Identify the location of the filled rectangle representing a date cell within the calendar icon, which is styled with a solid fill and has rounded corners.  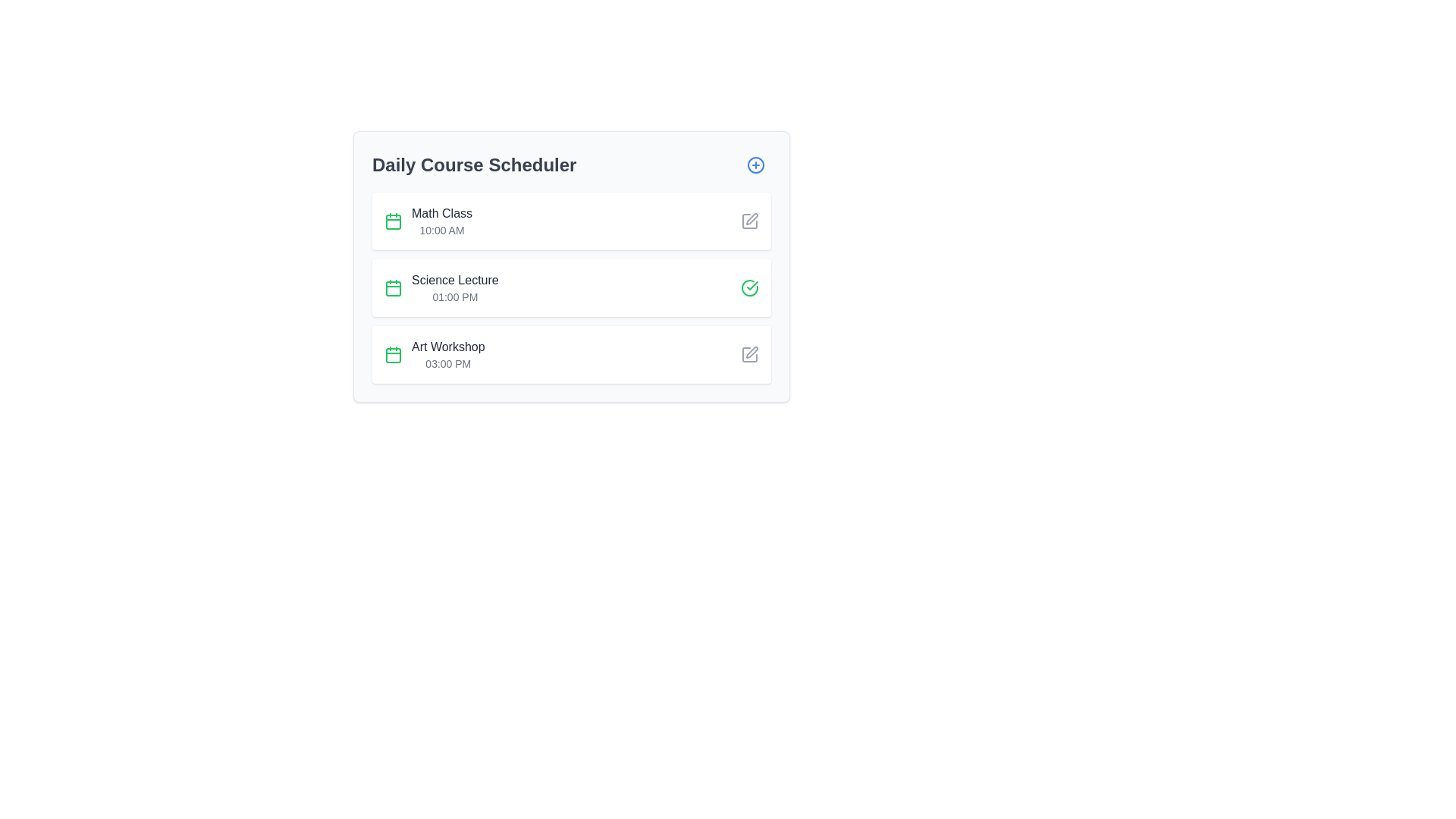
(393, 356).